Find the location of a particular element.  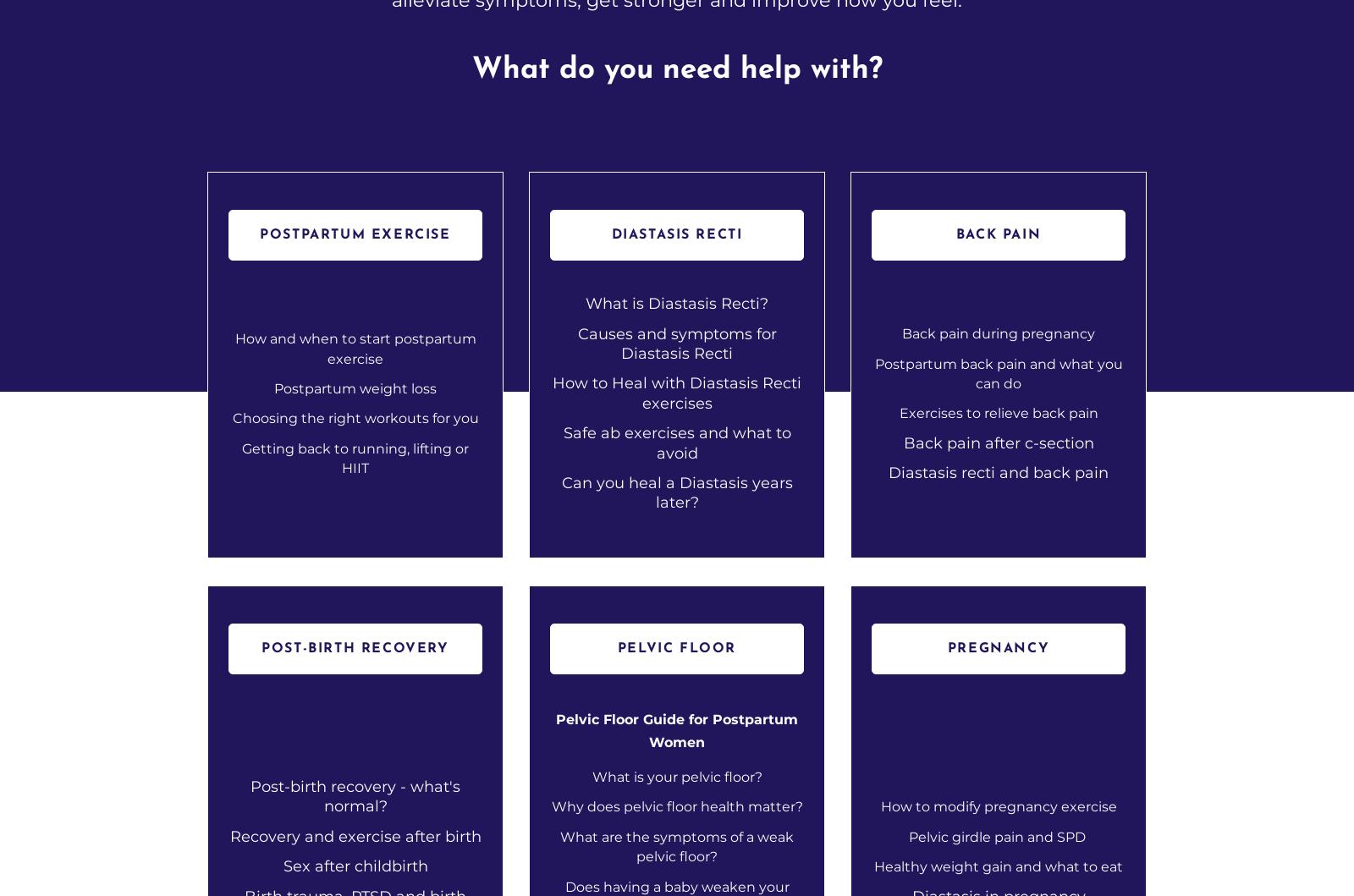

'Medical Disclaimer' is located at coordinates (1067, 687).